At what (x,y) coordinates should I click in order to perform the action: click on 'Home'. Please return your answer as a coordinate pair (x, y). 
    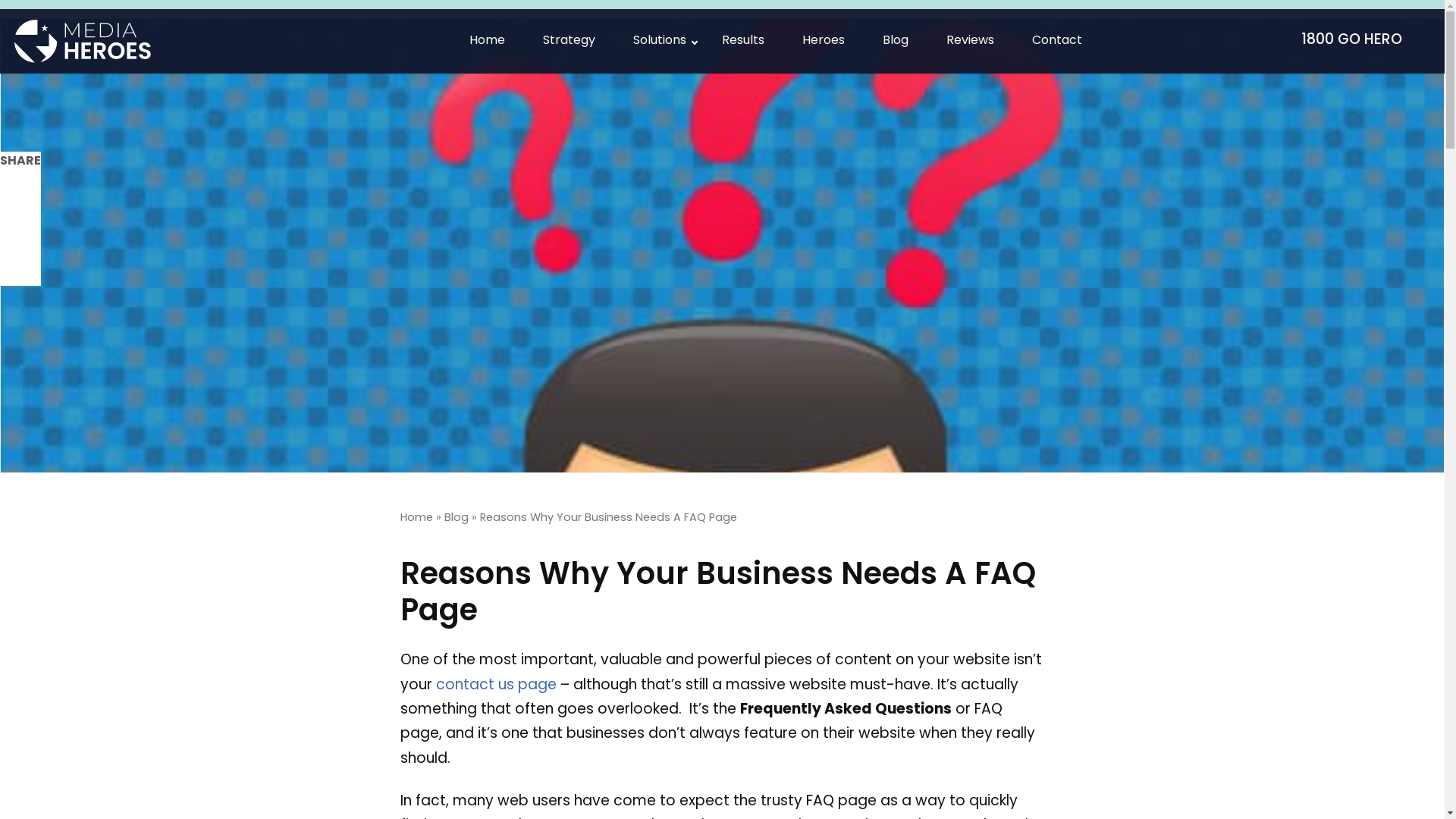
    Looking at the image, I should click on (416, 517).